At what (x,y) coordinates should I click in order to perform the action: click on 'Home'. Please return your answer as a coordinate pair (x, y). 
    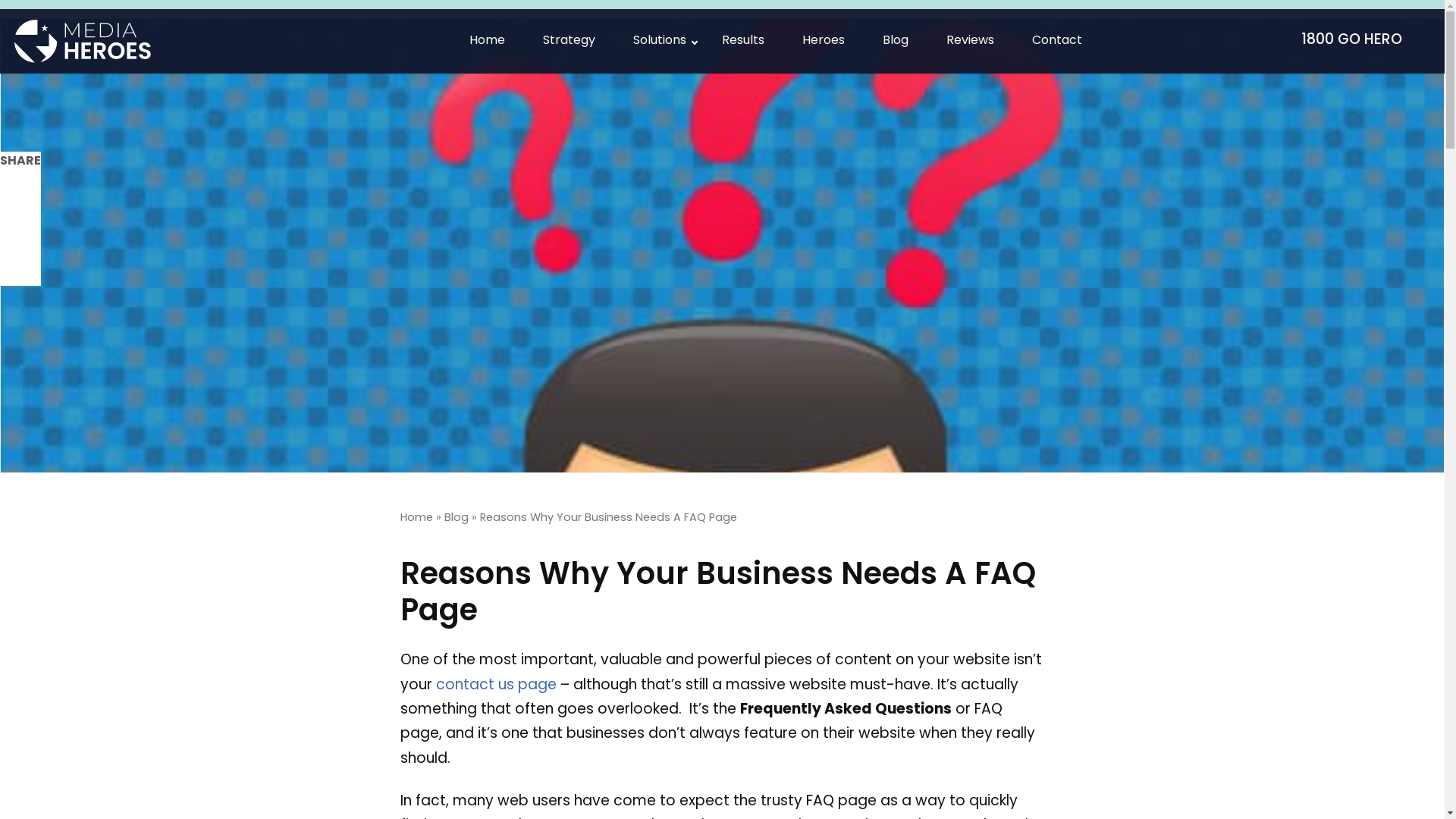
    Looking at the image, I should click on (416, 517).